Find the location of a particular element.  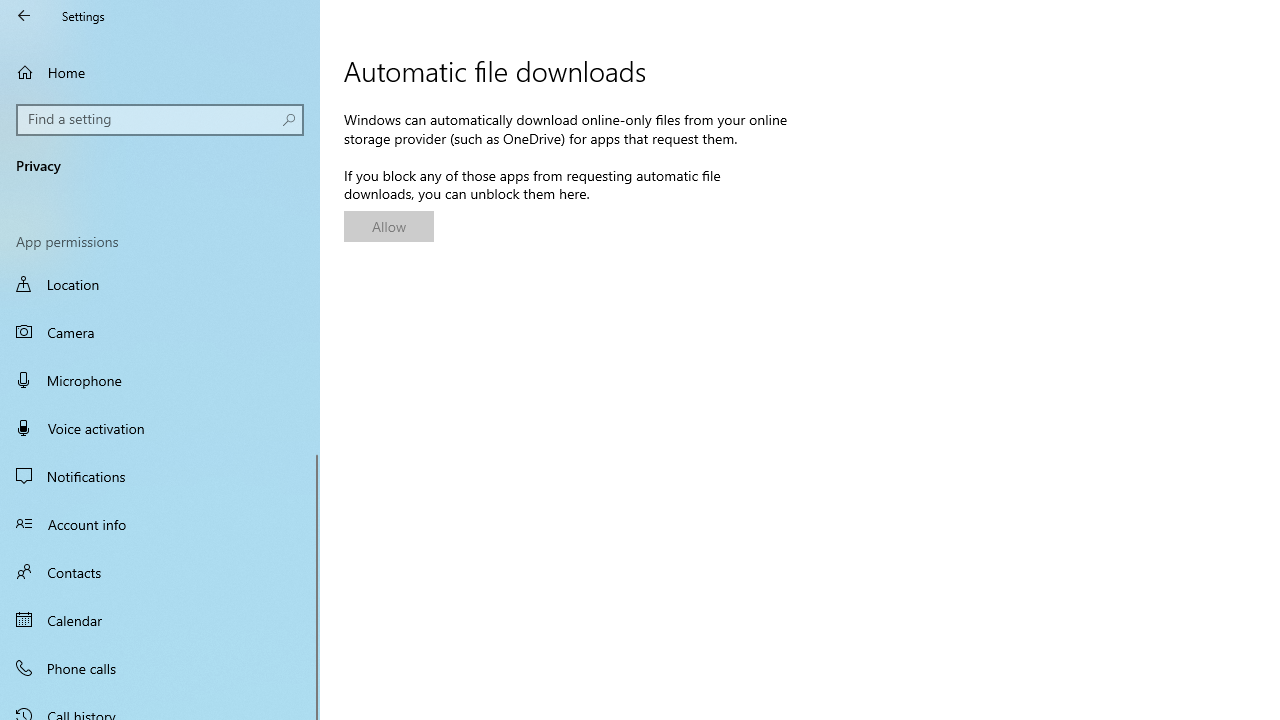

'Voice activation' is located at coordinates (160, 427).